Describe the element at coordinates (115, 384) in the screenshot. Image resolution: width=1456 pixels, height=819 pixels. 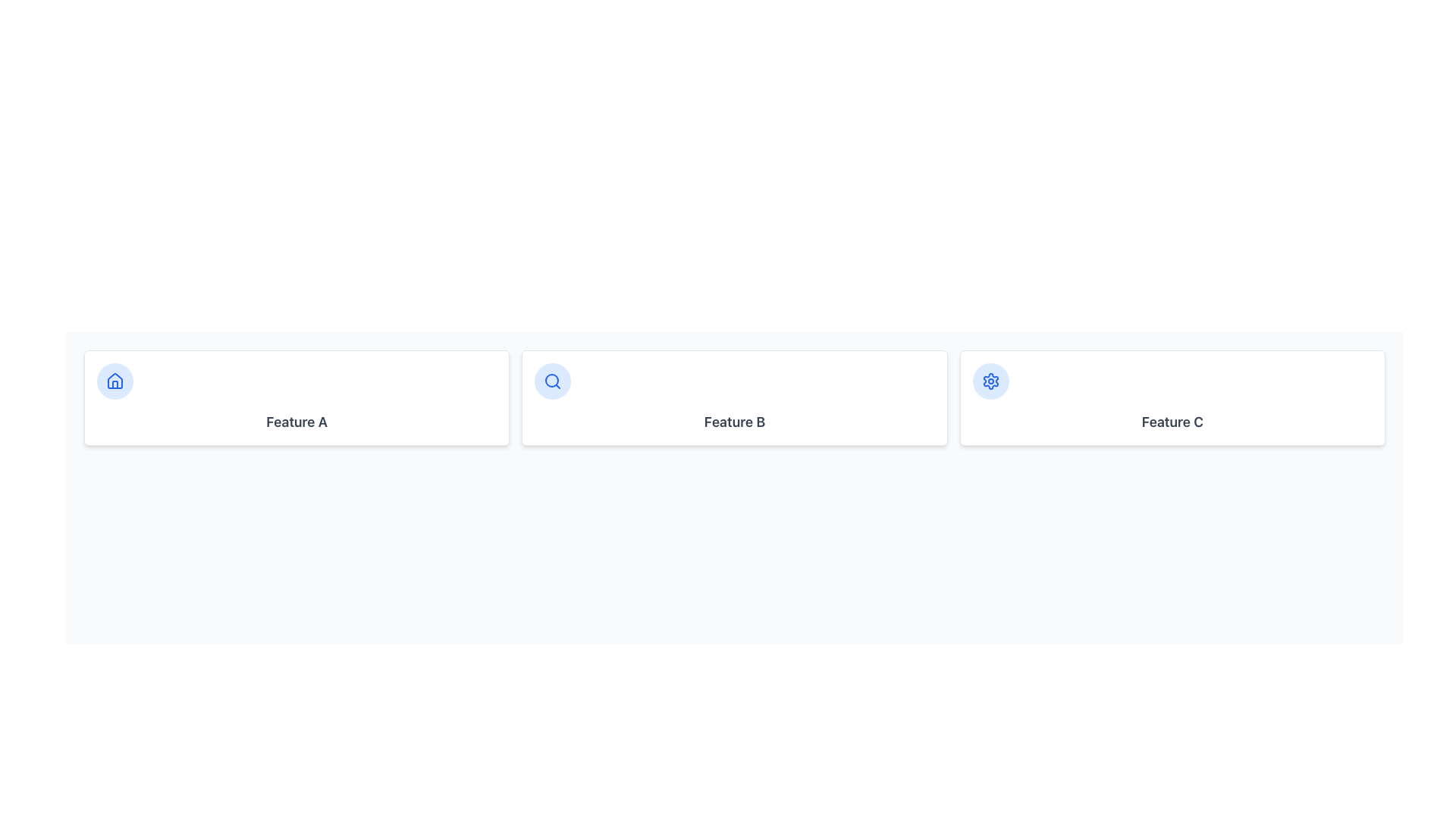
I see `the door element of the house icon located within the 'Feature A' card` at that location.